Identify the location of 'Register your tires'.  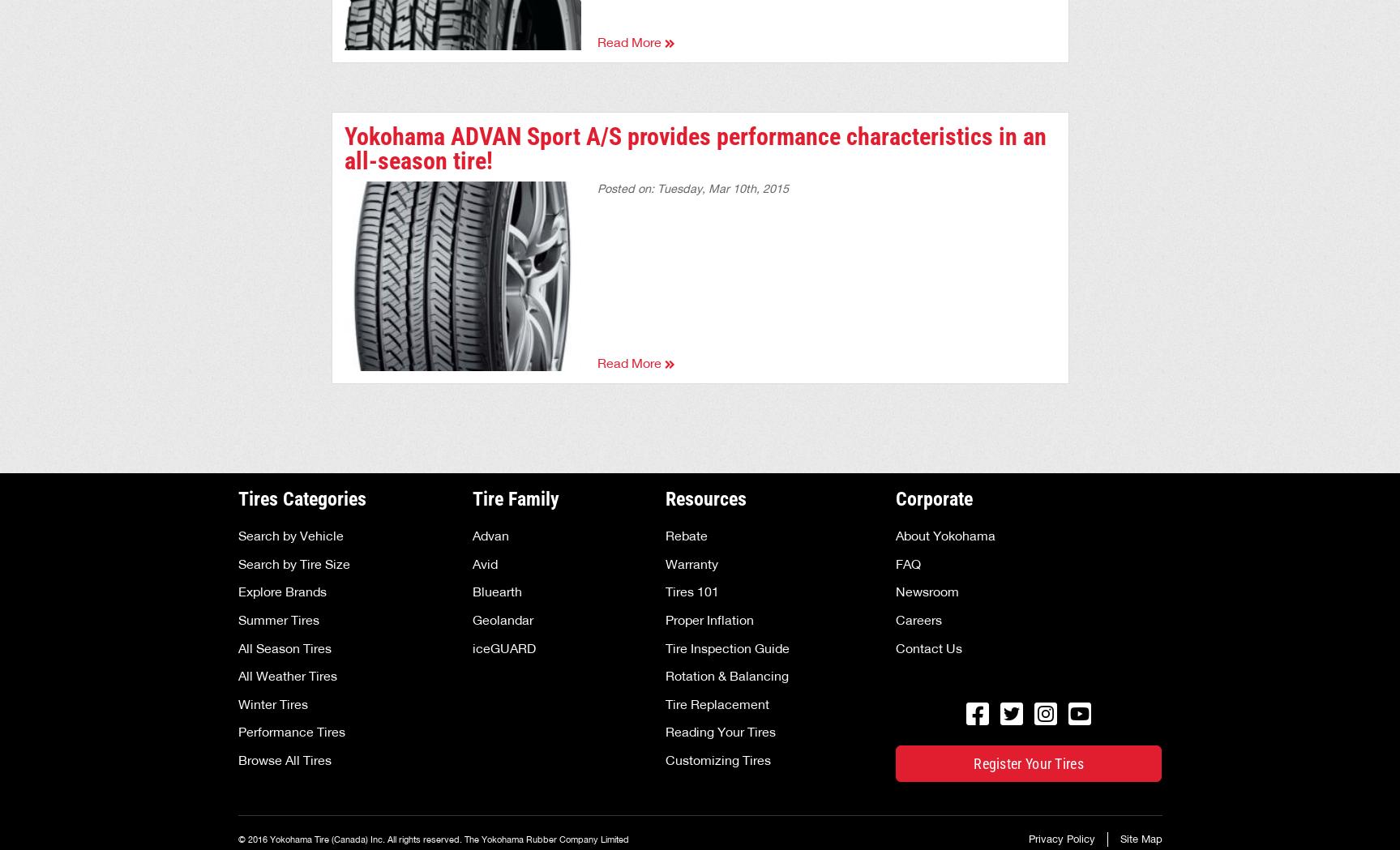
(973, 763).